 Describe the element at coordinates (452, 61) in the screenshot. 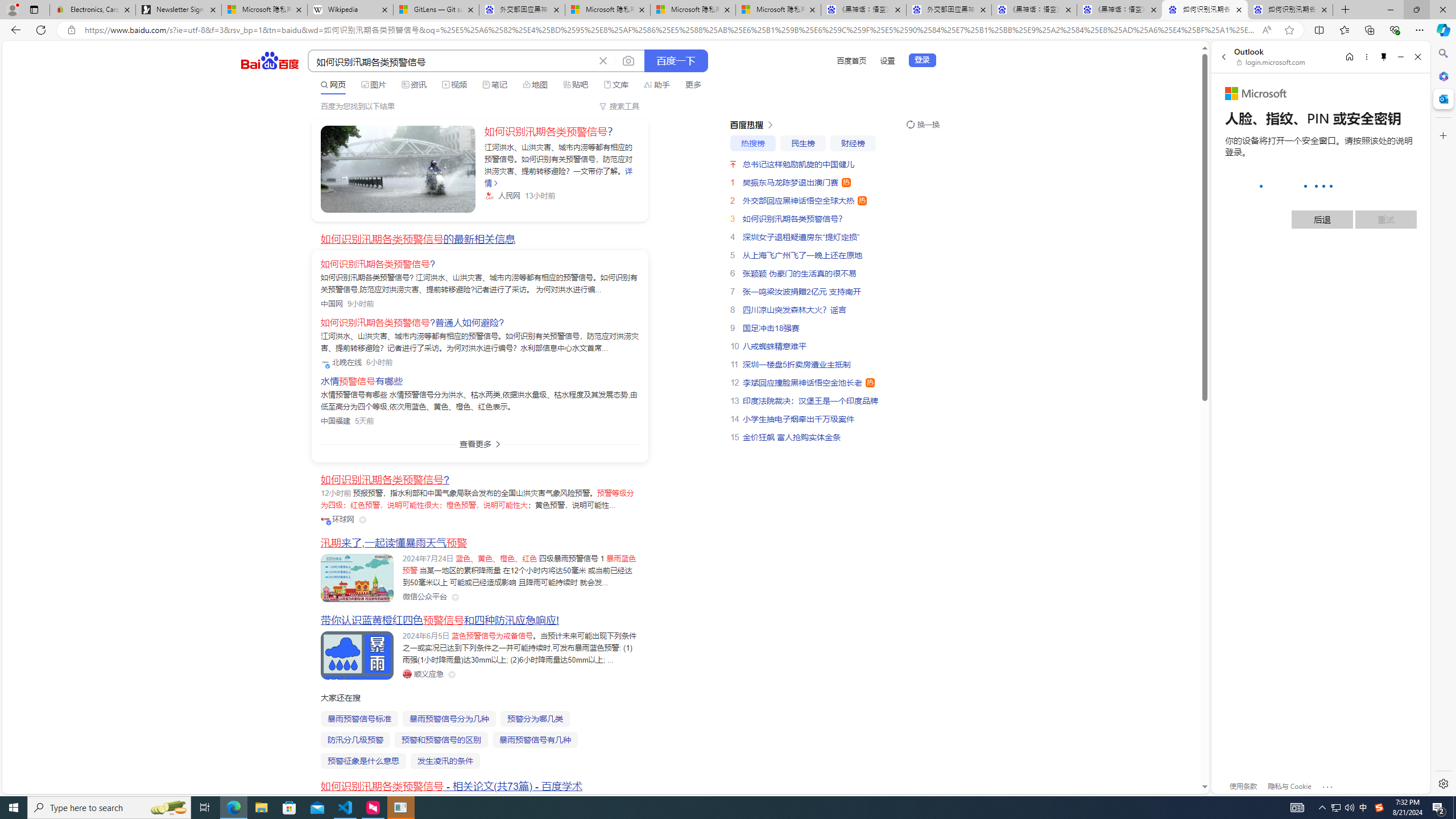

I see `'AutomationID: kw'` at that location.